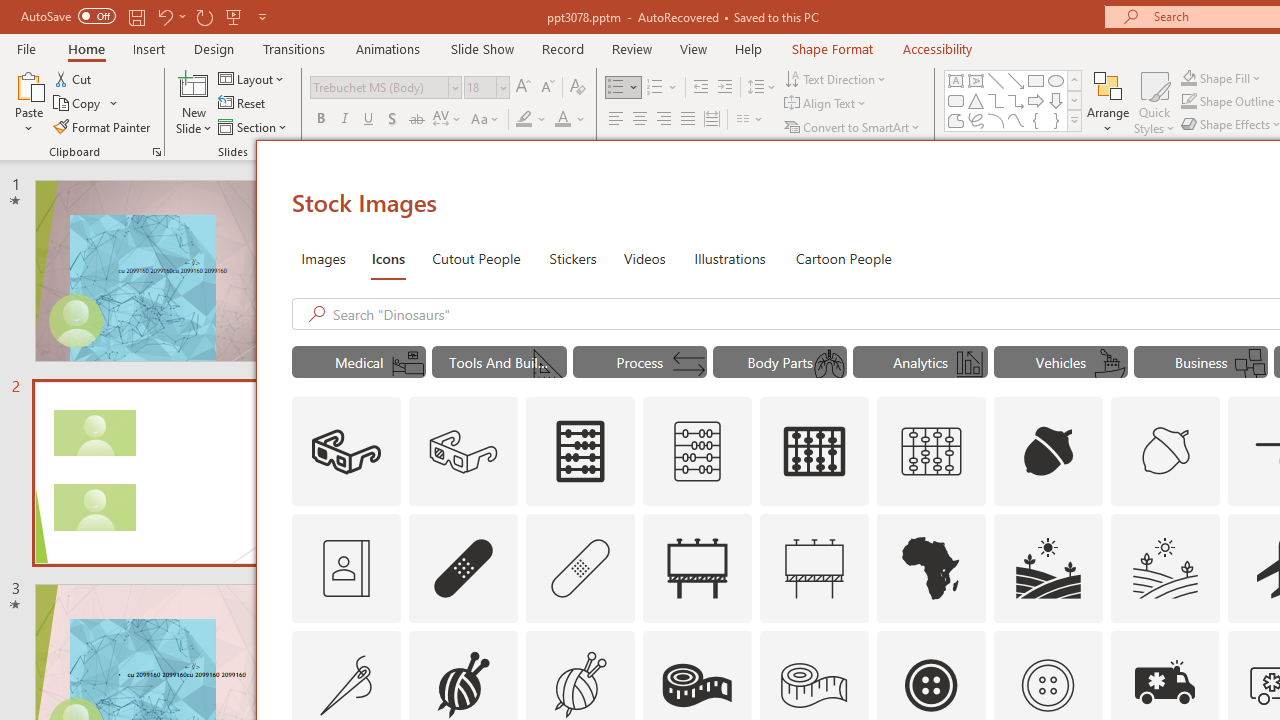  What do you see at coordinates (697, 452) in the screenshot?
I see `'AutomationID: Icons_Abacus_M'` at bounding box center [697, 452].